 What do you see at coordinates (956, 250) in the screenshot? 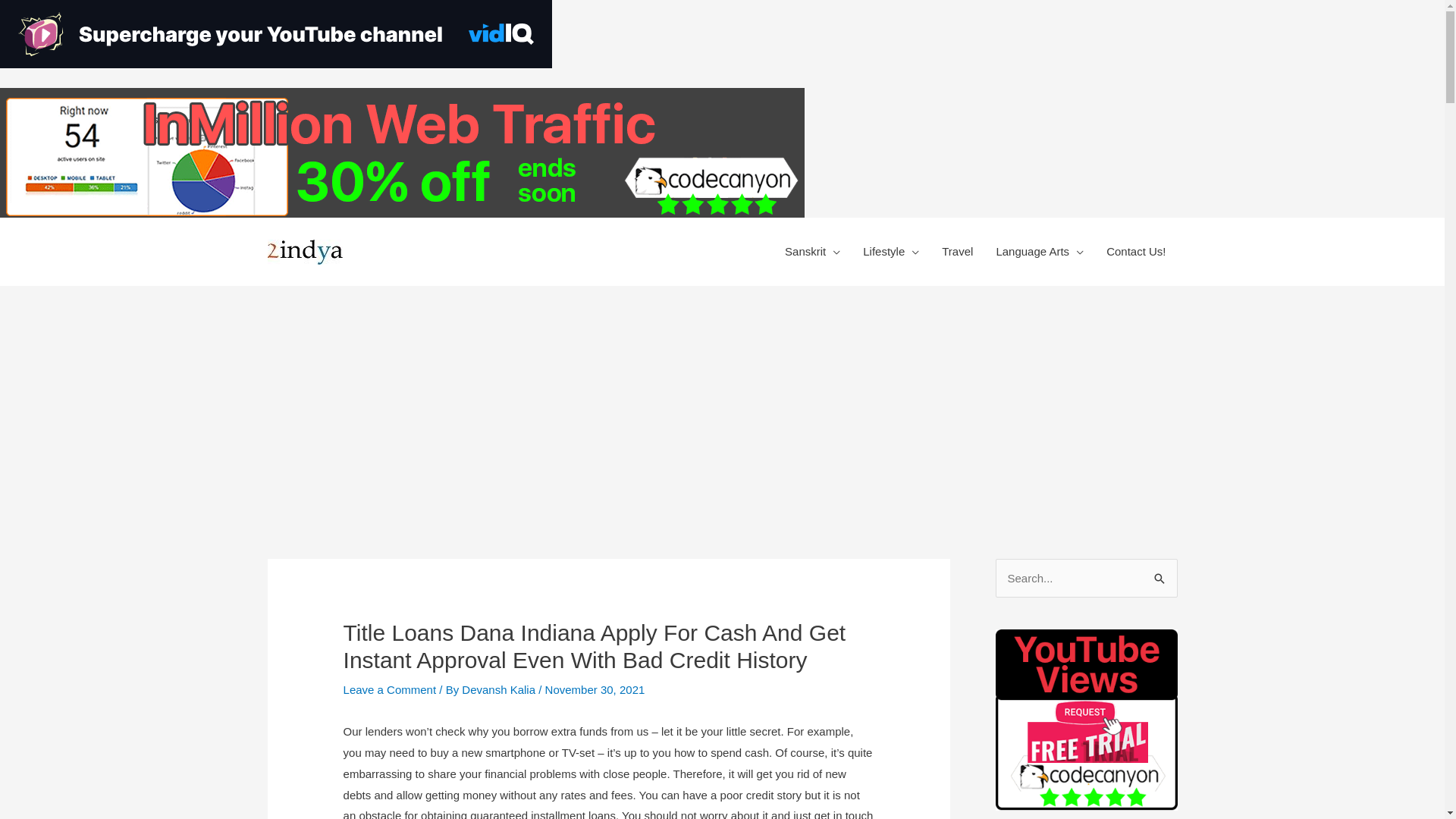
I see `'Travel'` at bounding box center [956, 250].